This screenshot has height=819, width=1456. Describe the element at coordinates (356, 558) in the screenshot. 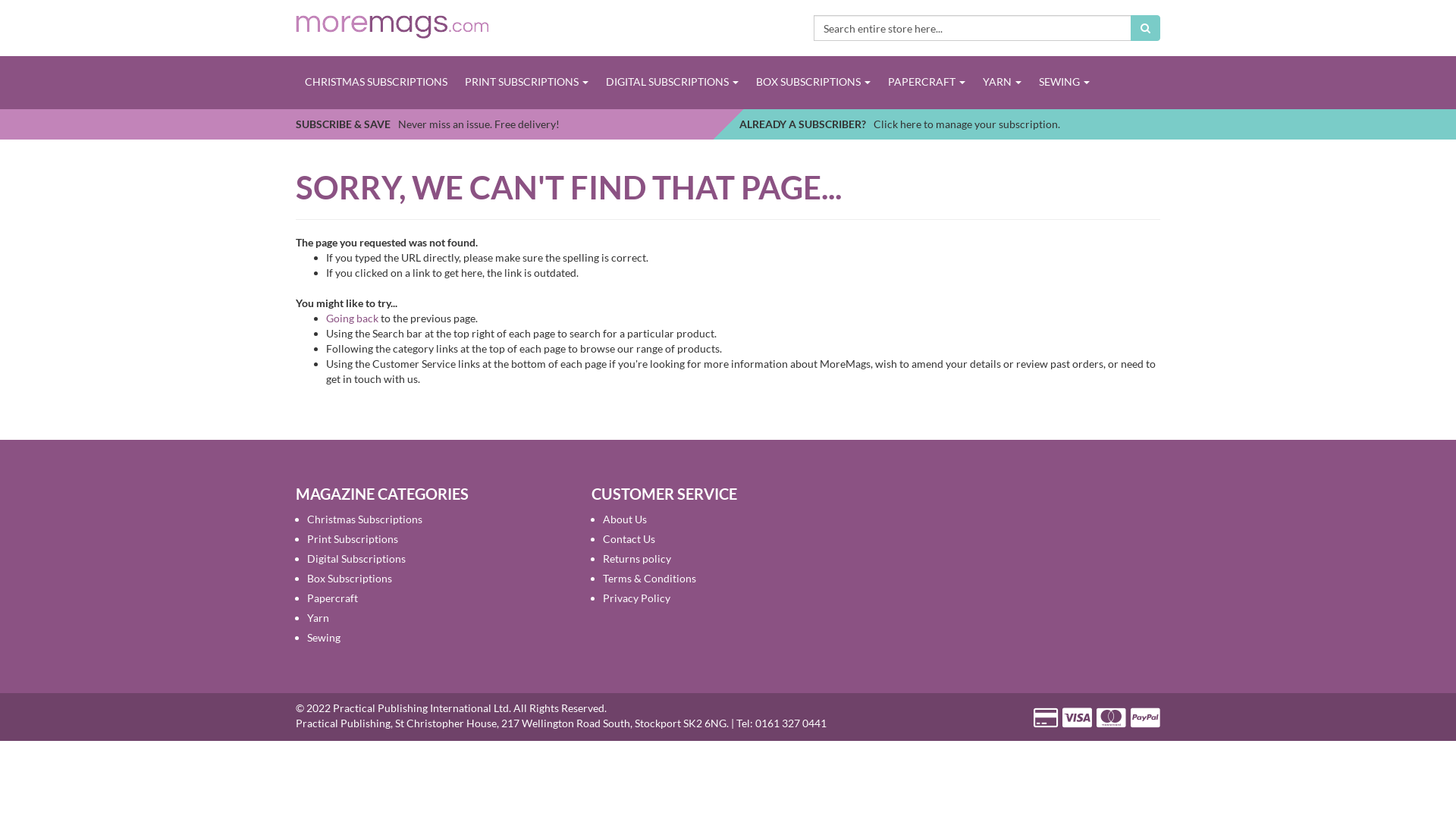

I see `'Digital Subscriptions'` at that location.